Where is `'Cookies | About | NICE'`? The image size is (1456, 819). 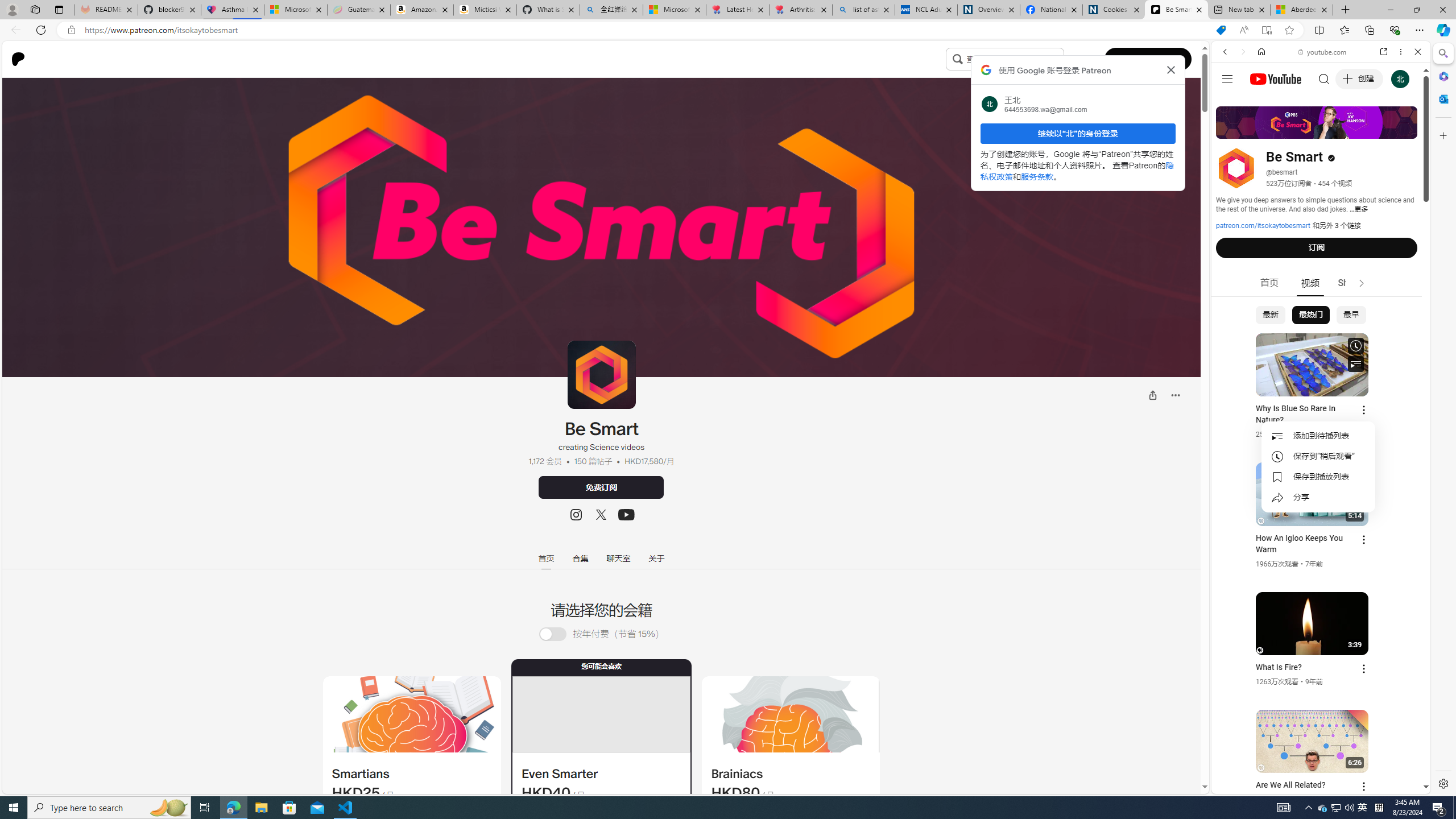
'Cookies | About | NICE' is located at coordinates (1113, 9).